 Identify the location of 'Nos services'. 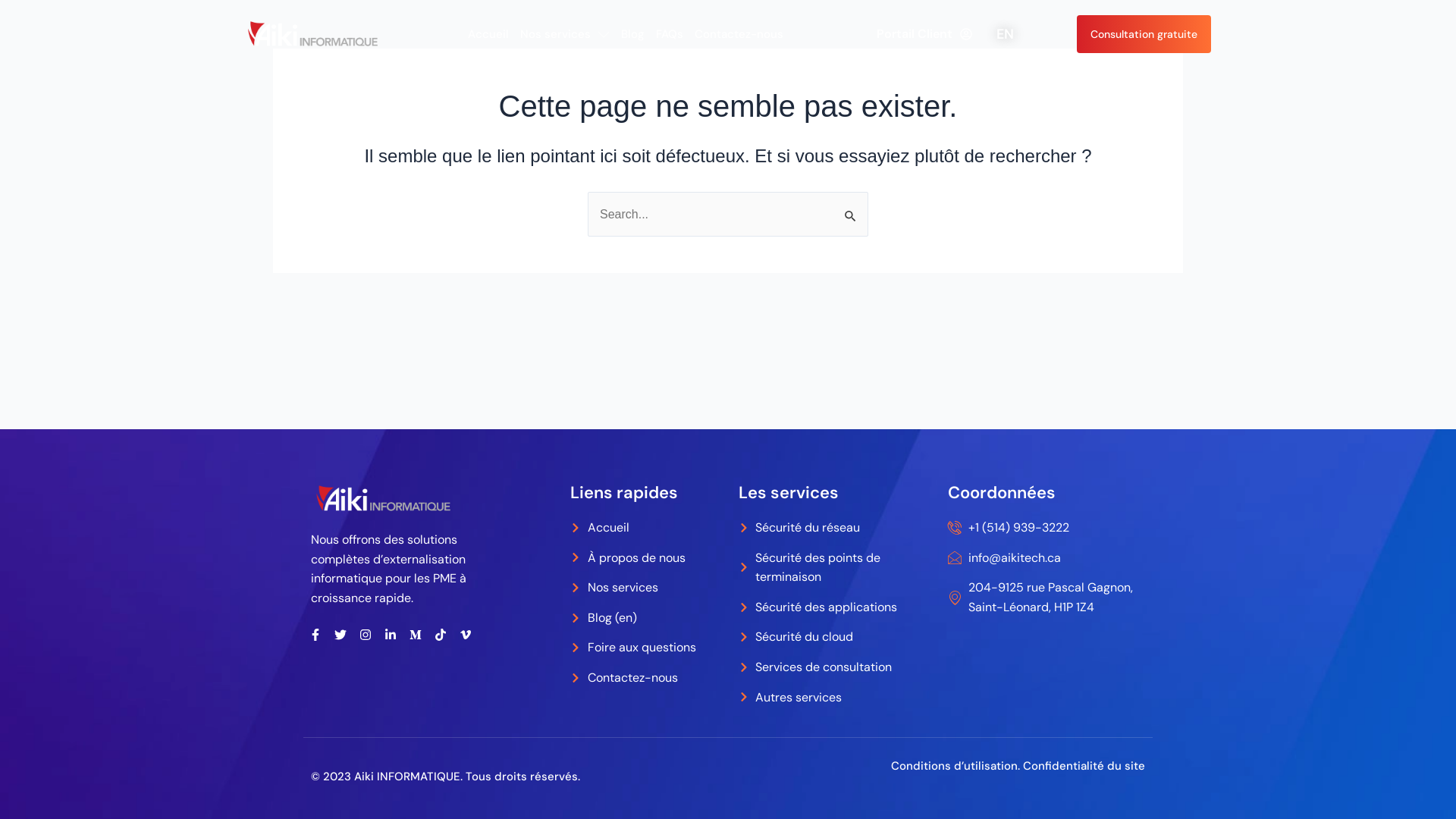
(563, 34).